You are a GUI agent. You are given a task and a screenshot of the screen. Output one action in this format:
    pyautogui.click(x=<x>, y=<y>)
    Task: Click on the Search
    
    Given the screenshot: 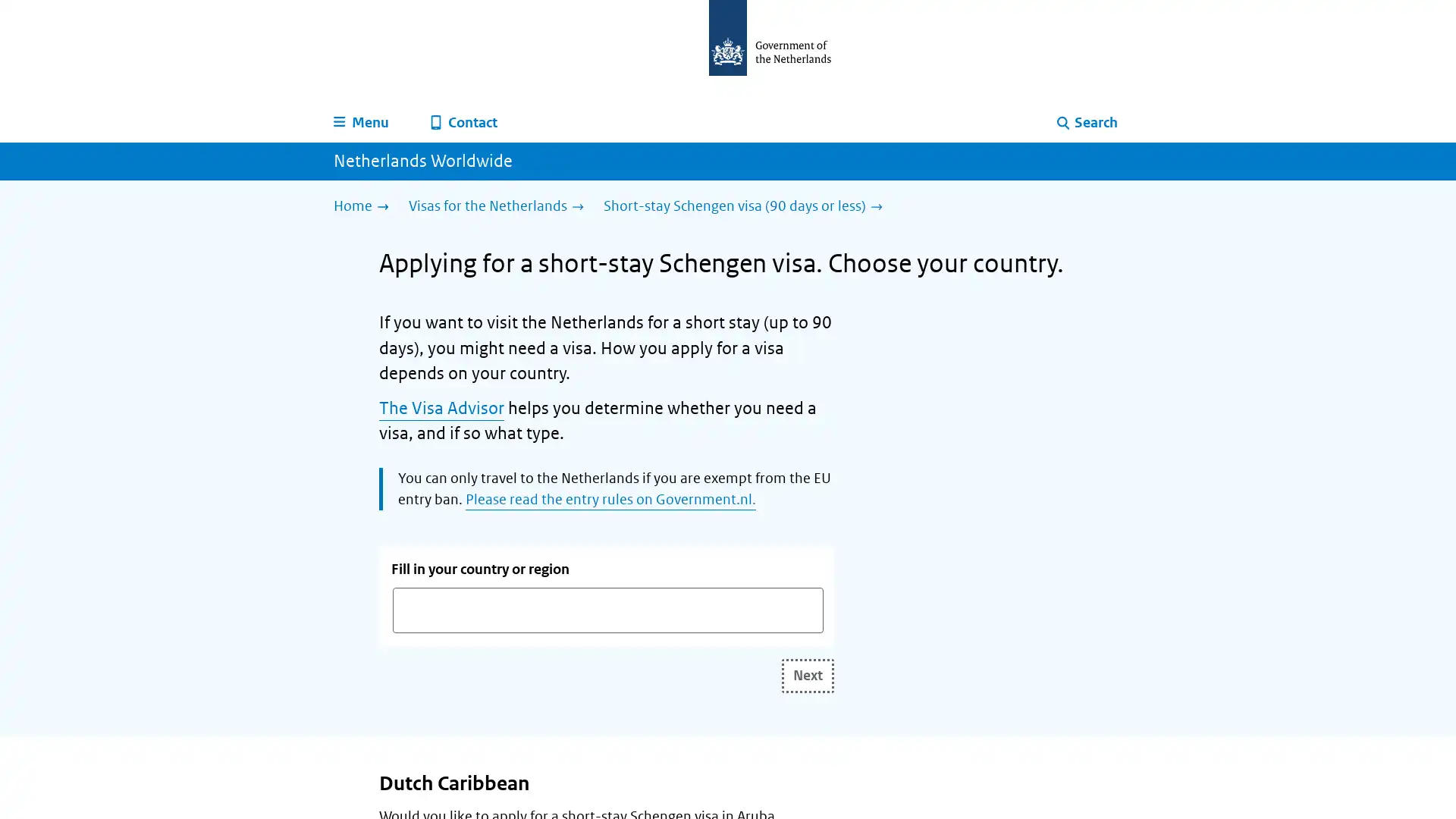 What is the action you would take?
    pyautogui.click(x=1087, y=122)
    